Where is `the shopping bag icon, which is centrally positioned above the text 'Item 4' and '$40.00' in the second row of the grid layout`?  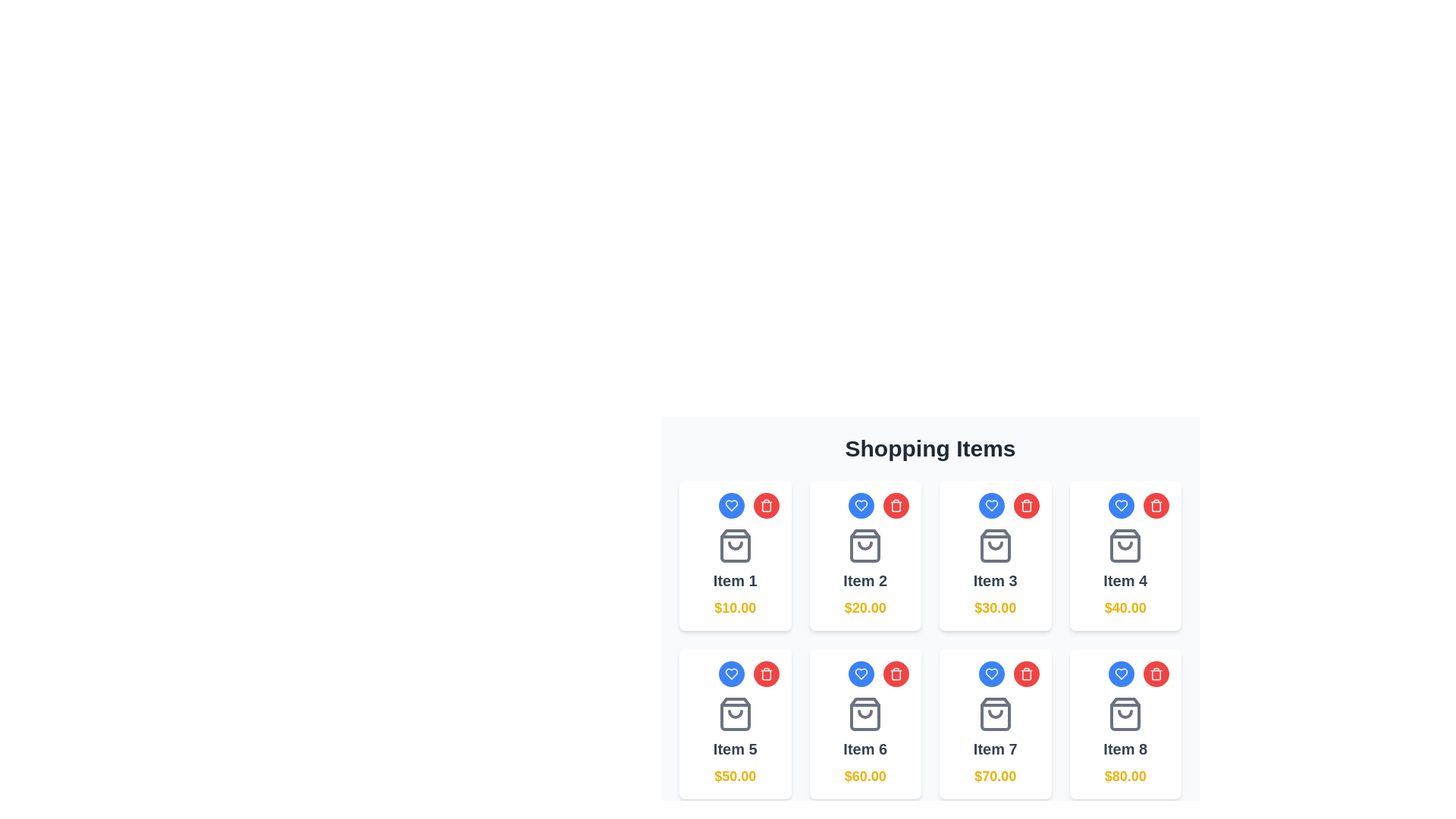
the shopping bag icon, which is centrally positioned above the text 'Item 4' and '$40.00' in the second row of the grid layout is located at coordinates (1125, 546).